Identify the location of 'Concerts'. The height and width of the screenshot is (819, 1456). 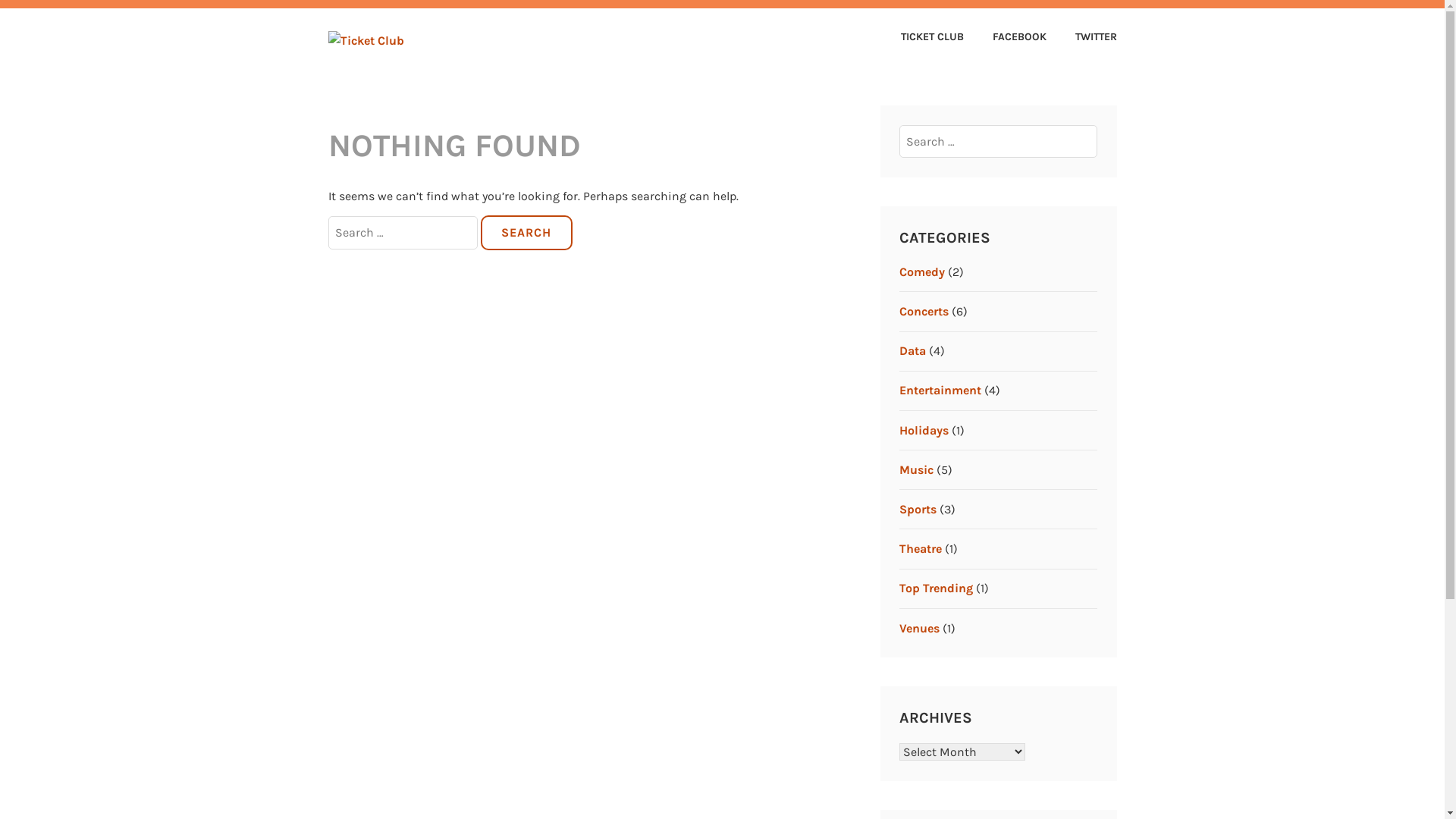
(923, 310).